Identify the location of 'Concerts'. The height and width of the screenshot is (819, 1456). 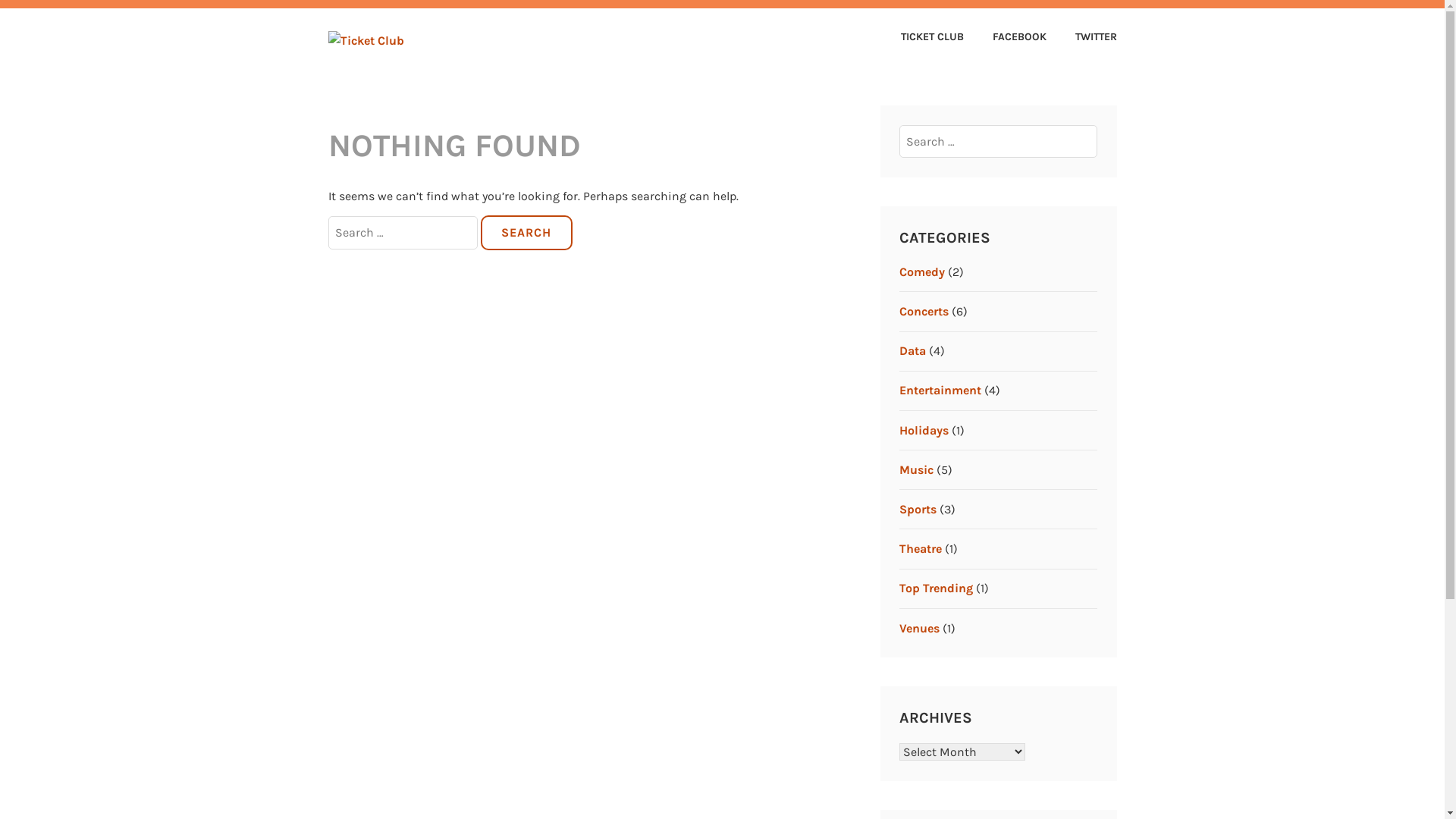
(923, 310).